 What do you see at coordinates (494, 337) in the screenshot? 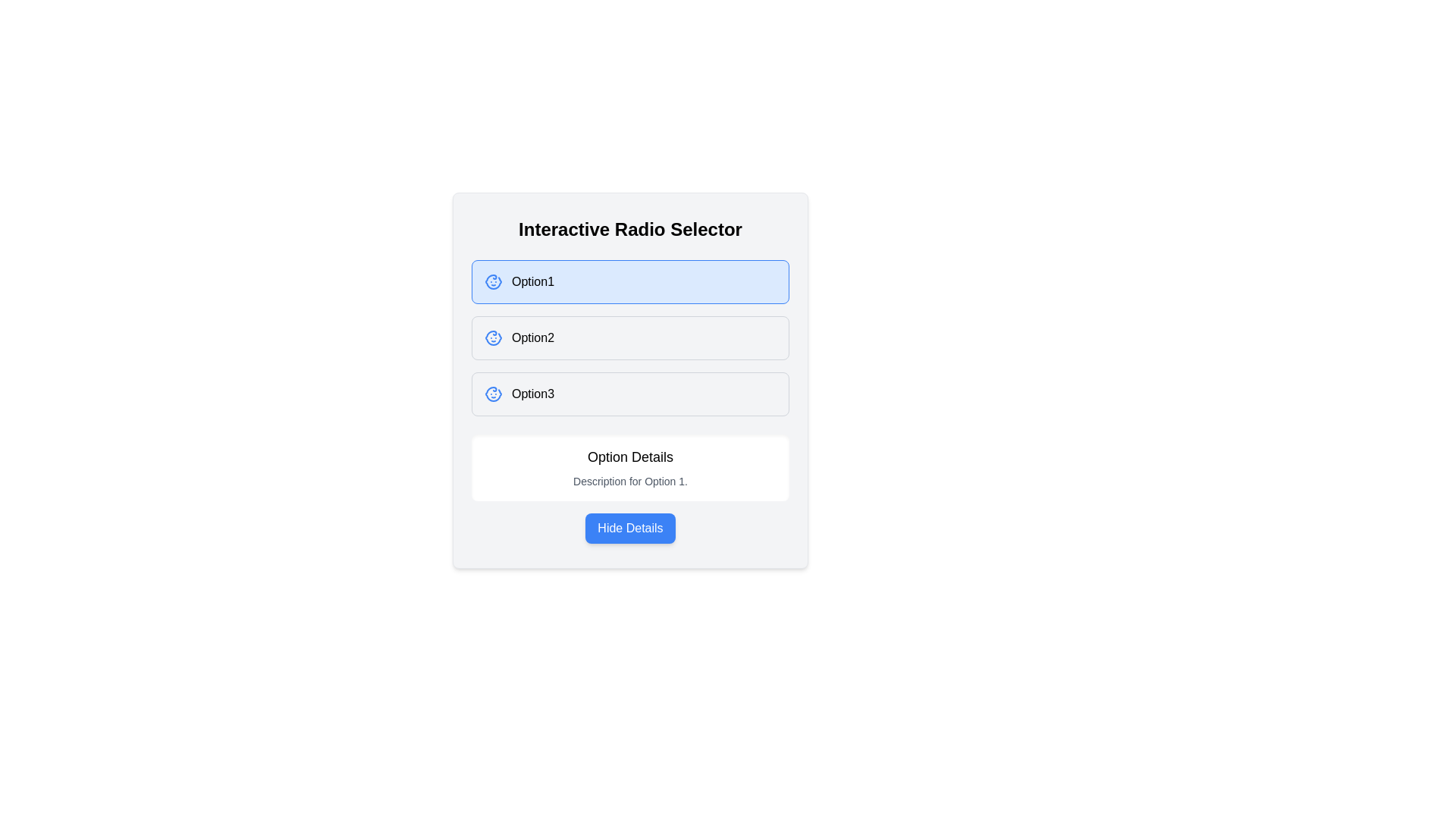
I see `the baby face icon located to the left of the text 'Option2' in the list of radio buttons` at bounding box center [494, 337].